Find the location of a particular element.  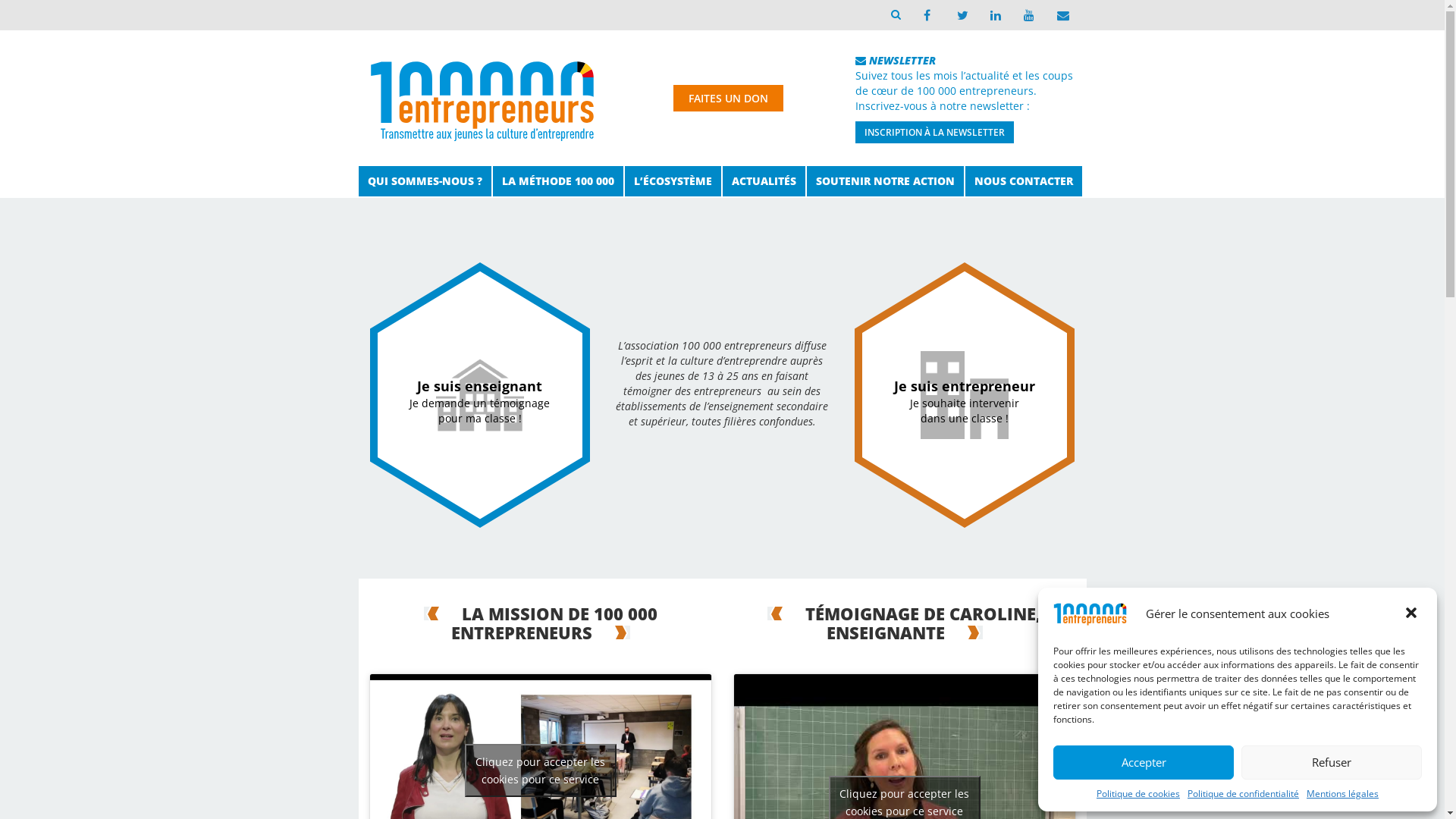

'Twitter' is located at coordinates (959, 14).